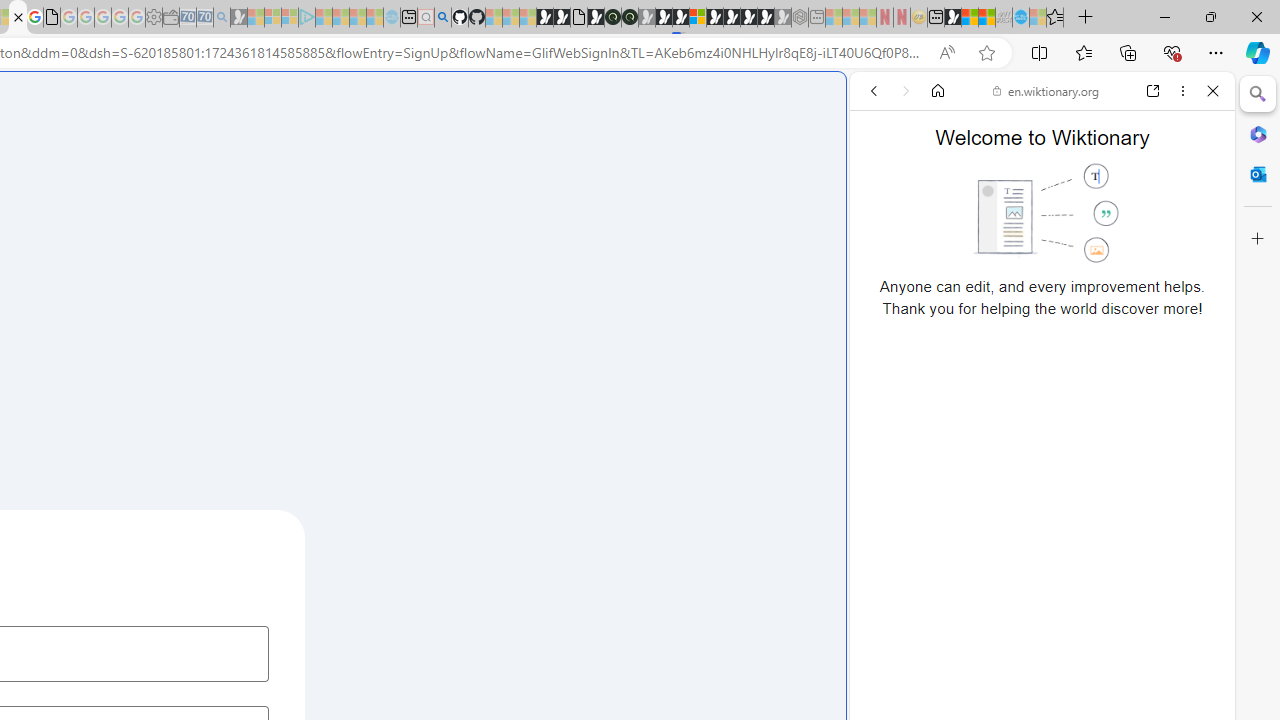  Describe the element at coordinates (844, 102) in the screenshot. I see `'Close split screen'` at that location.